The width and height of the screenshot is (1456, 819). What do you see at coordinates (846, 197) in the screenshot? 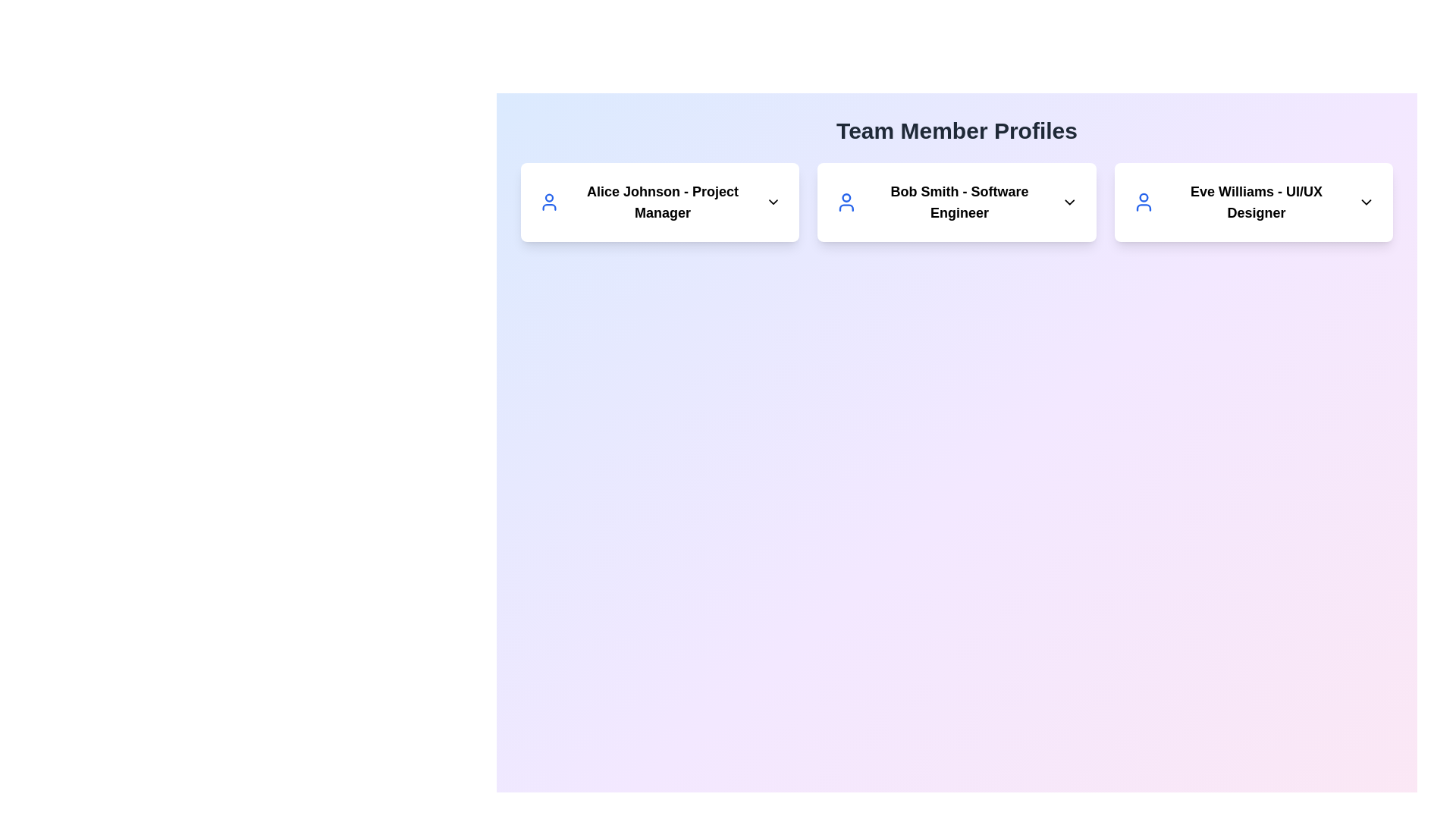
I see `the decorative SVG Circle representing the user profile of Bob Smith - Software Engineer, located in the second card from the left in the 'Team Member Profiles' section` at bounding box center [846, 197].